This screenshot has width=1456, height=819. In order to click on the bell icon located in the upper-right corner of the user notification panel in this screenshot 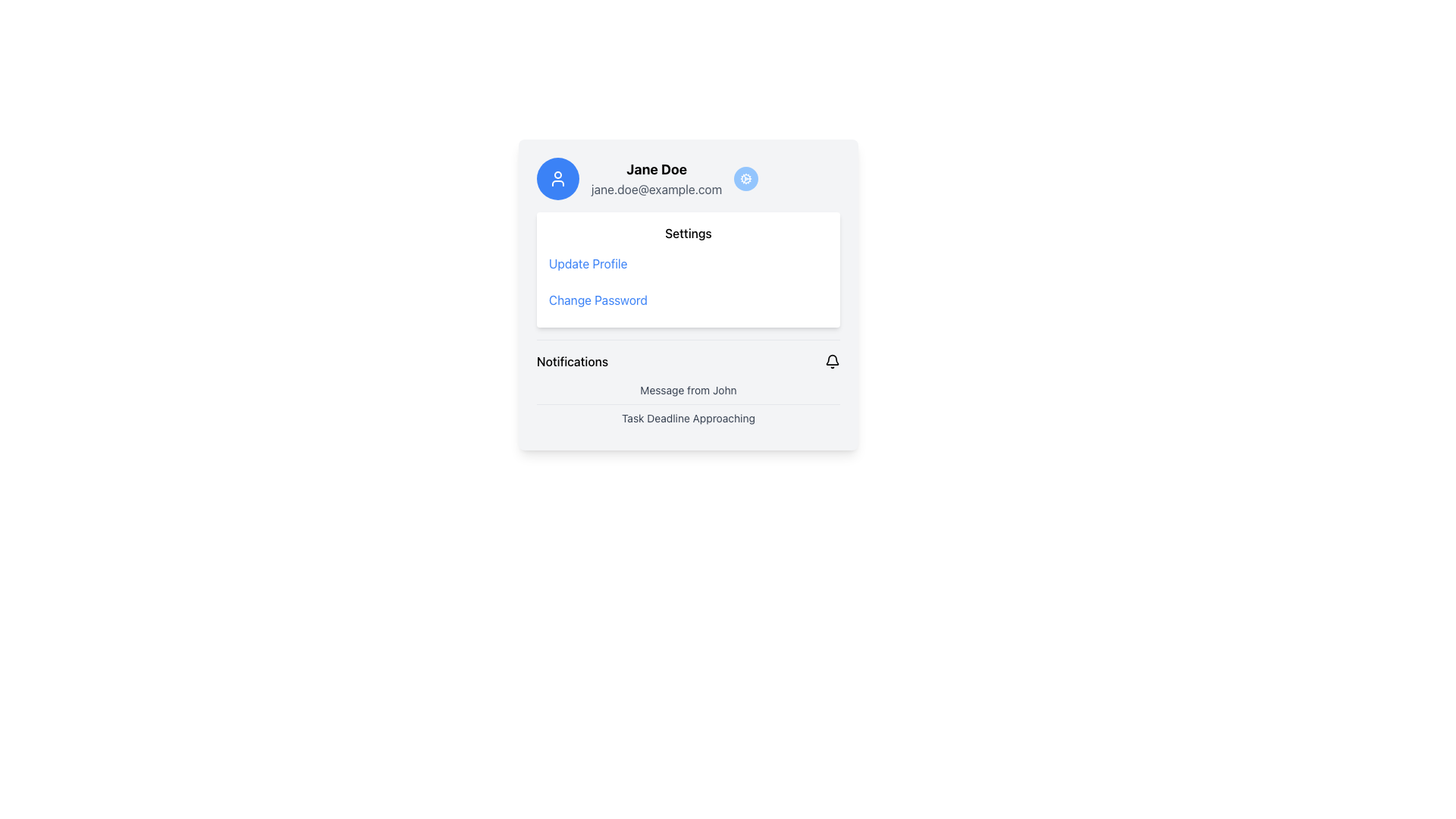, I will do `click(832, 362)`.